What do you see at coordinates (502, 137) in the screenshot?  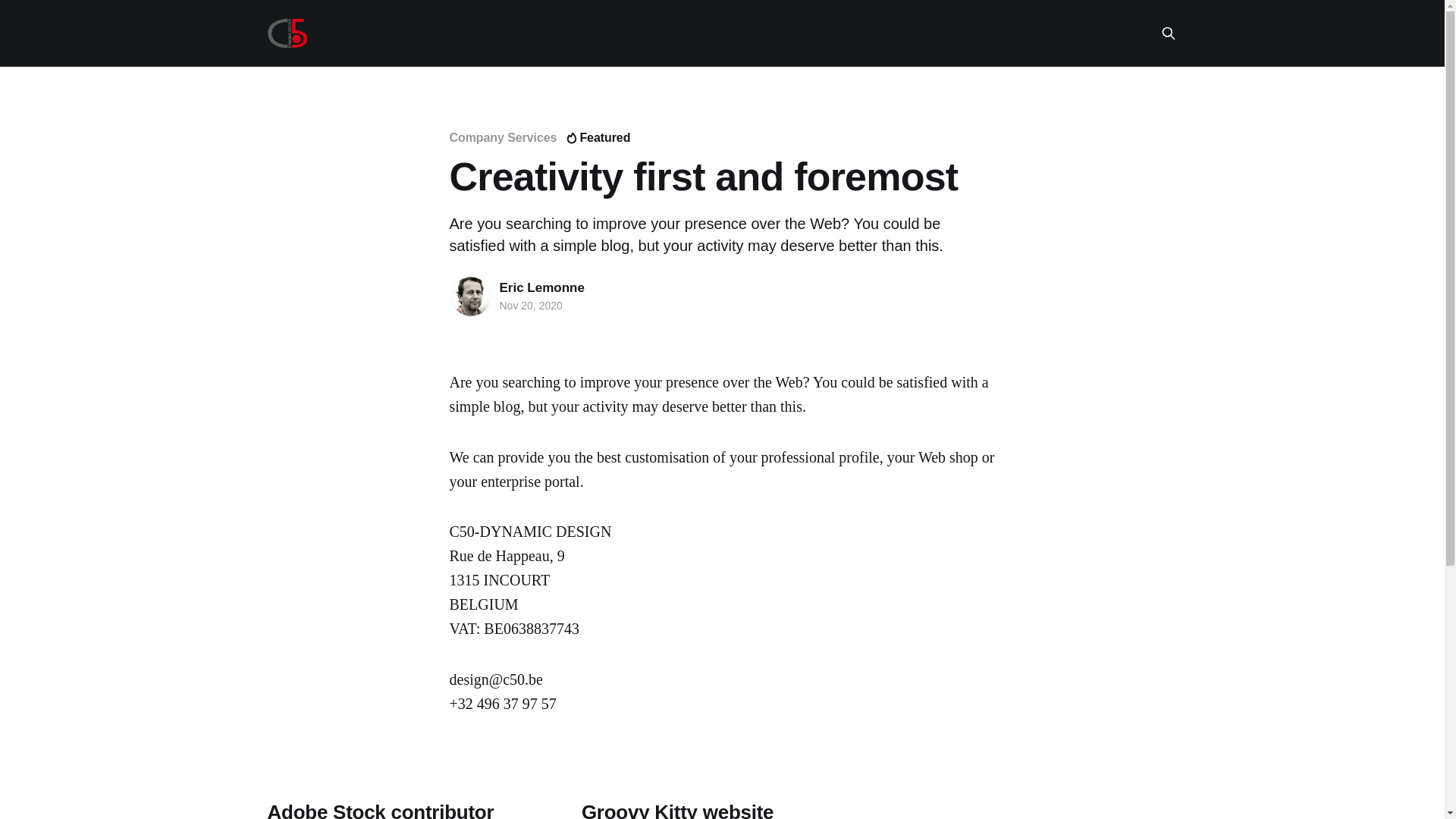 I see `'Company Services'` at bounding box center [502, 137].